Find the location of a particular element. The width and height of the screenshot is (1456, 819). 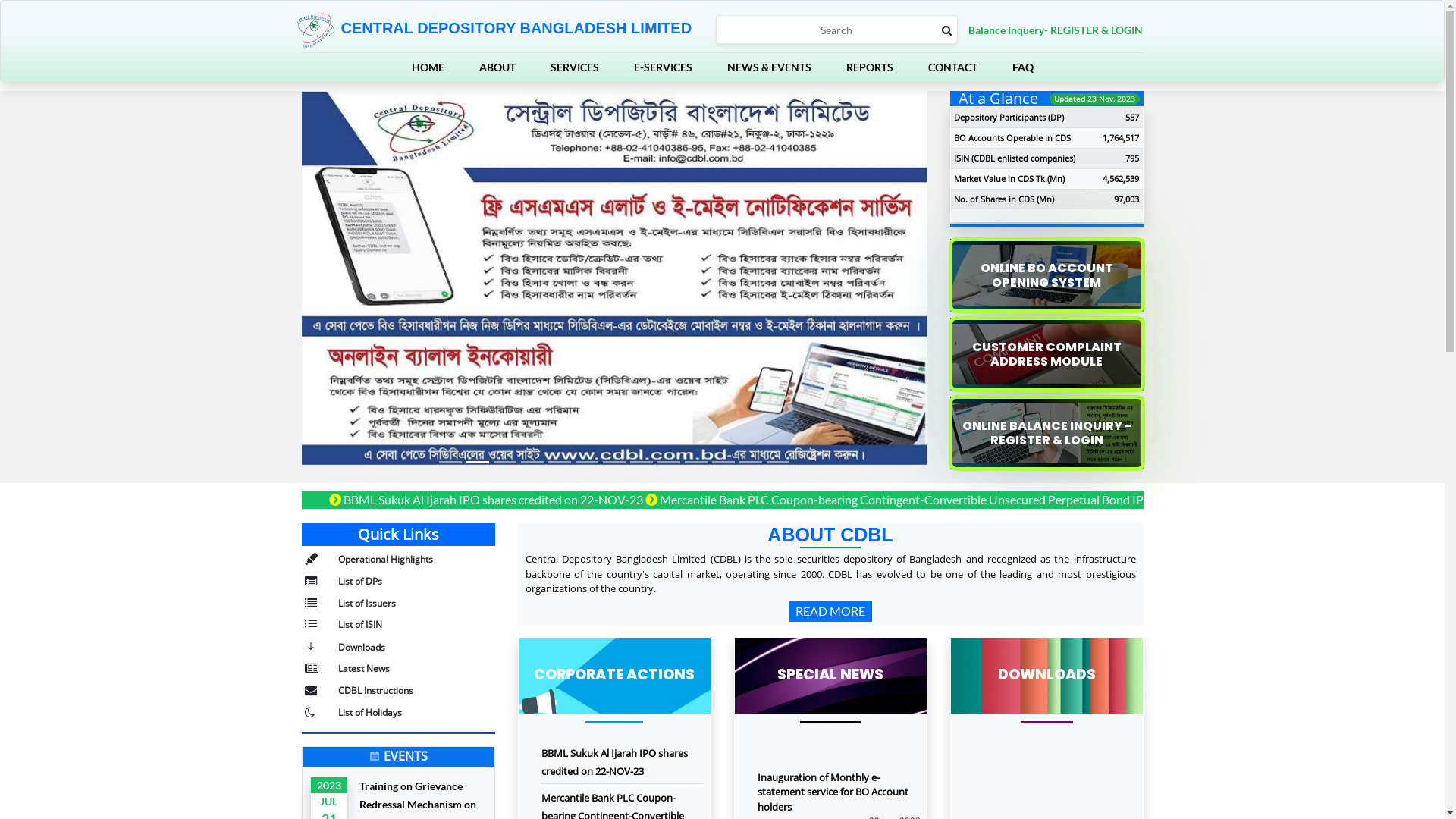

'Latest News' is located at coordinates (364, 667).